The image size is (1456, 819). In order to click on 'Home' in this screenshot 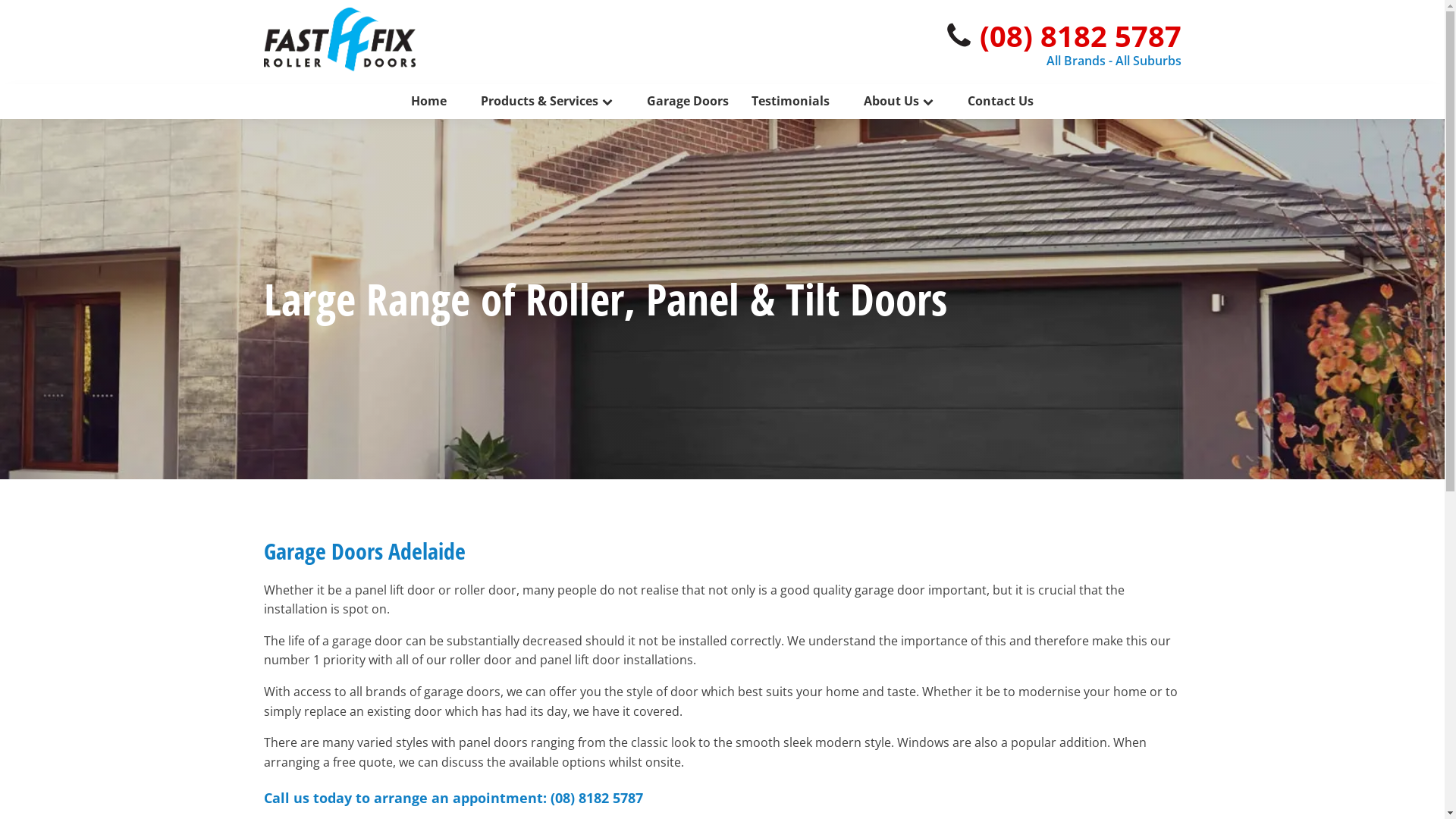, I will do `click(428, 102)`.